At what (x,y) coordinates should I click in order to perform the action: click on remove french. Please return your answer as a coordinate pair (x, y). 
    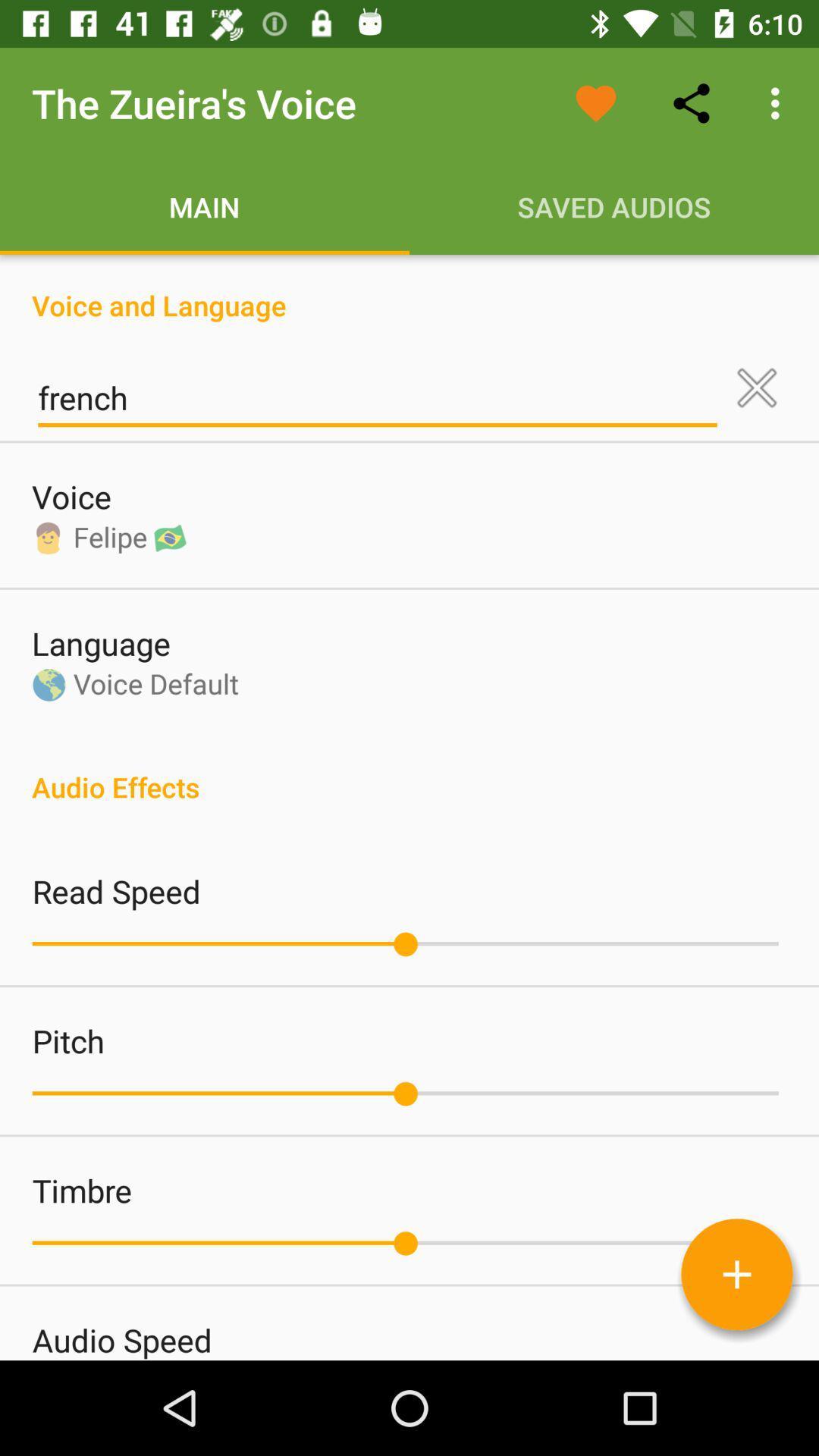
    Looking at the image, I should click on (757, 388).